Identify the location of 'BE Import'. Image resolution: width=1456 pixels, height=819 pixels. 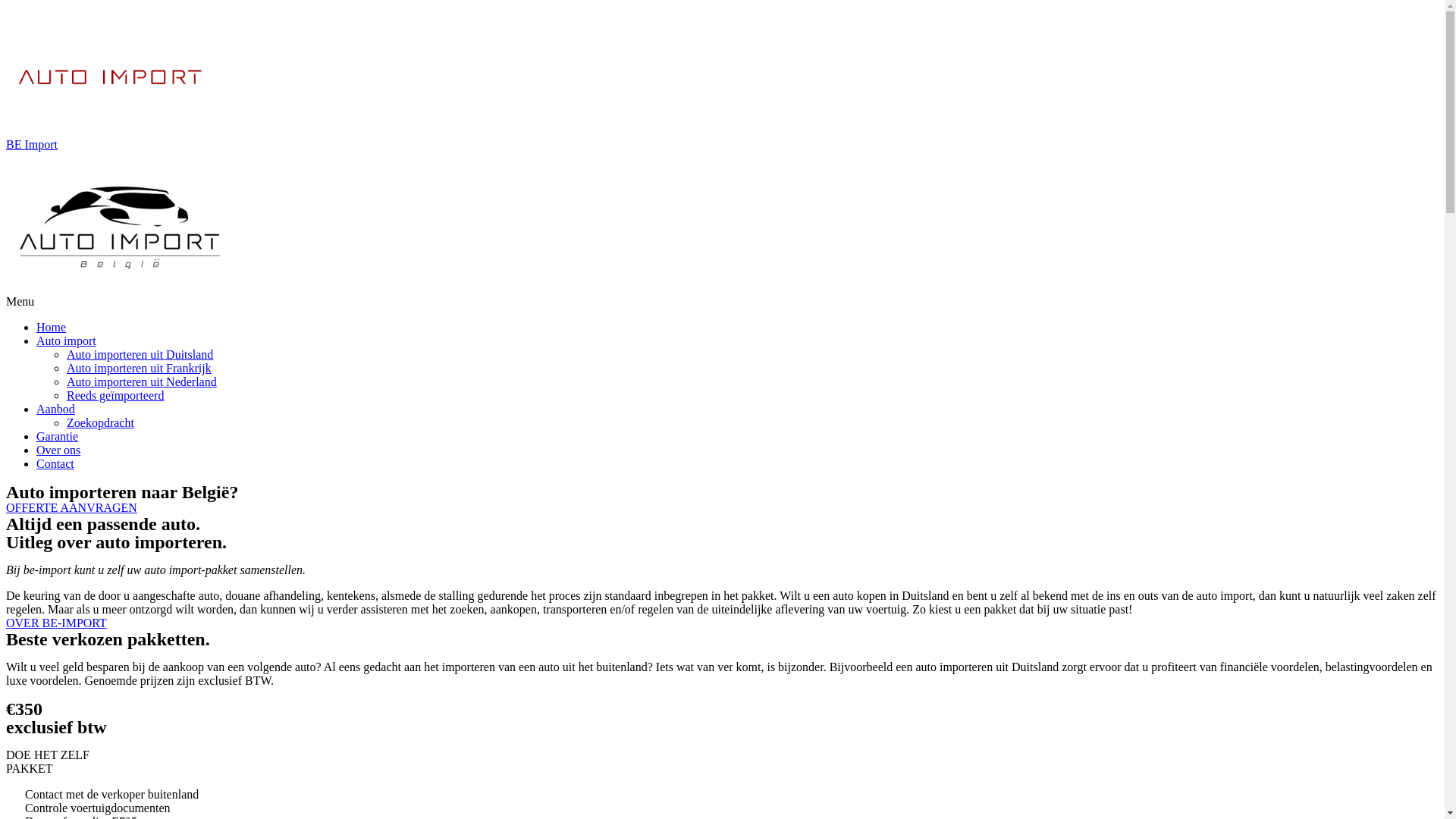
(6, 144).